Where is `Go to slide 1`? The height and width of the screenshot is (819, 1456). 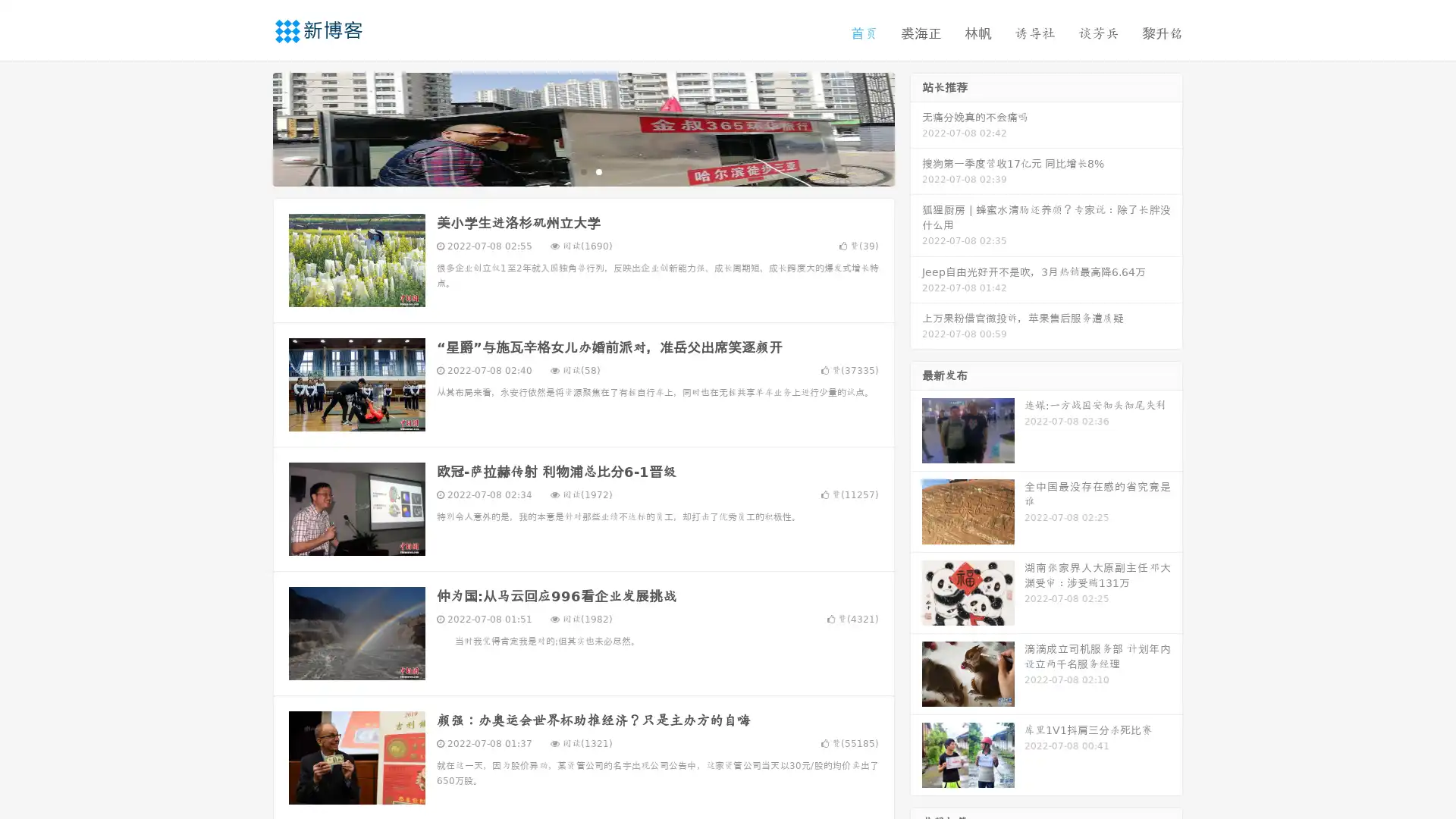 Go to slide 1 is located at coordinates (567, 171).